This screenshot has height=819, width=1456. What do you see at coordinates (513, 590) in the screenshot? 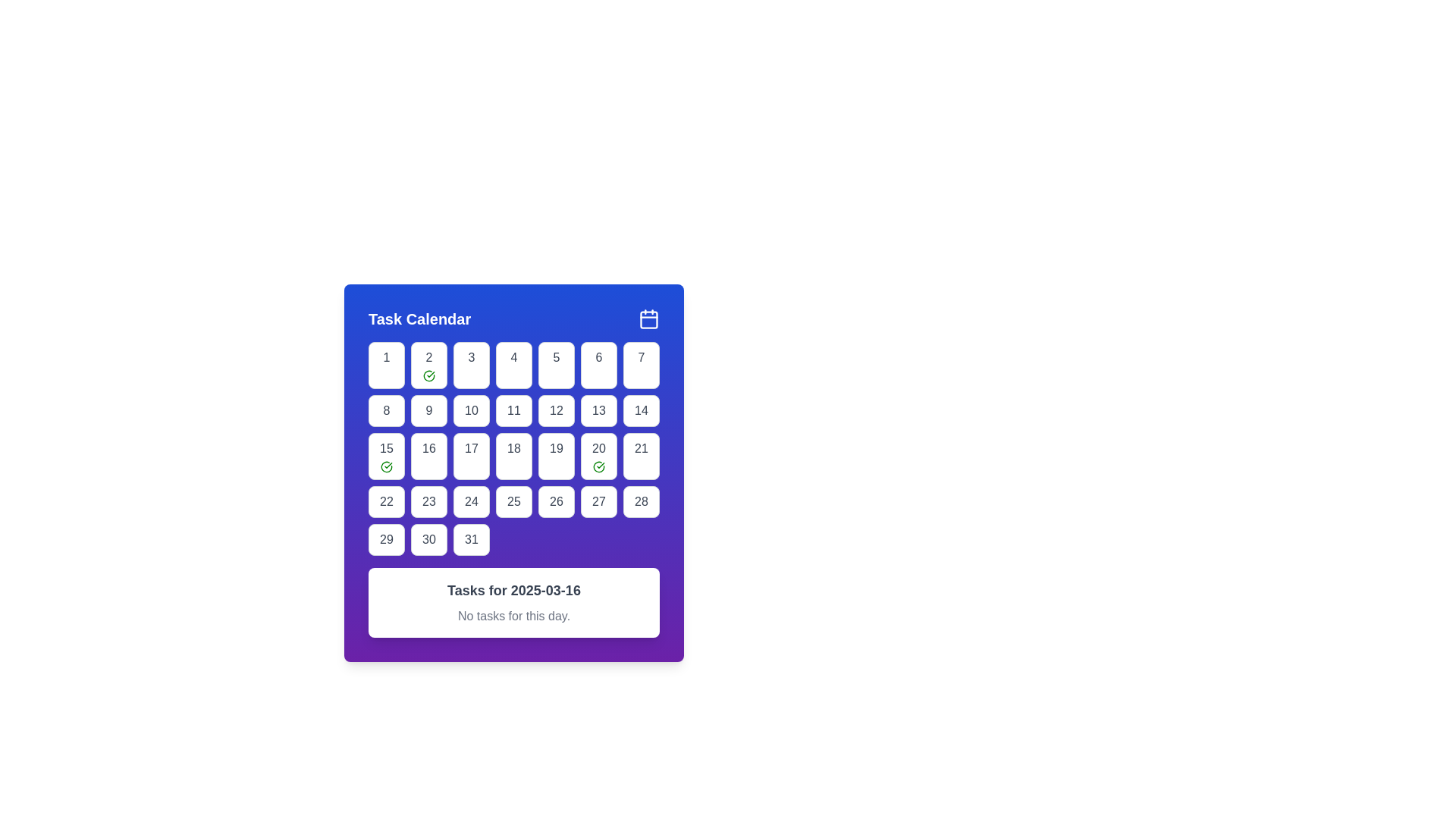
I see `text of the heading element that indicates tasks for the date '2025-03-16', located above the smaller text element 'No tasks for this day'` at bounding box center [513, 590].